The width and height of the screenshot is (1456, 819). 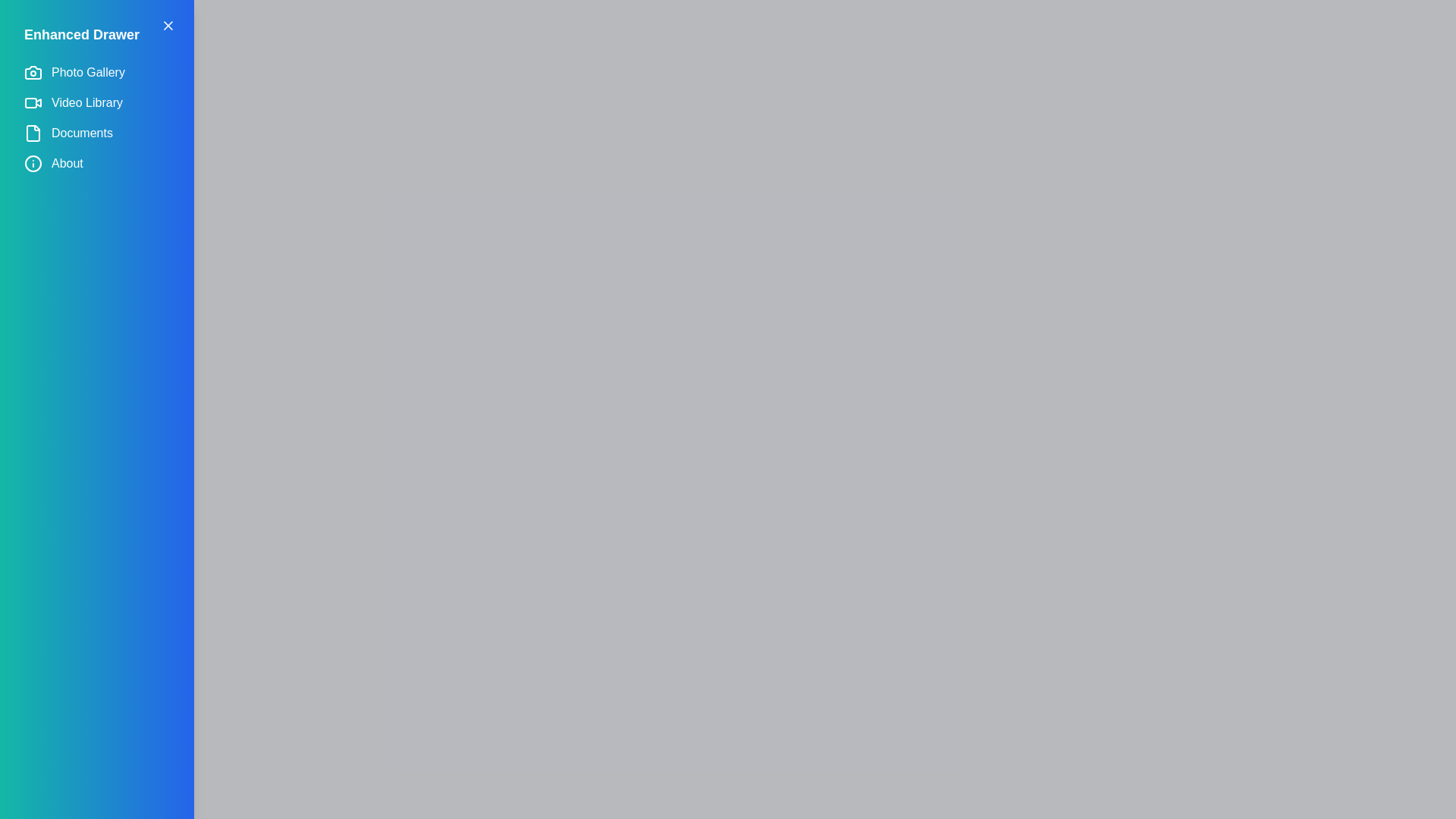 What do you see at coordinates (87, 73) in the screenshot?
I see `the 'Photo Gallery' text label in the vertical navigation menu, which is located to the right of a camera icon and underneath the menu header labeled 'Enhanced Drawer'` at bounding box center [87, 73].